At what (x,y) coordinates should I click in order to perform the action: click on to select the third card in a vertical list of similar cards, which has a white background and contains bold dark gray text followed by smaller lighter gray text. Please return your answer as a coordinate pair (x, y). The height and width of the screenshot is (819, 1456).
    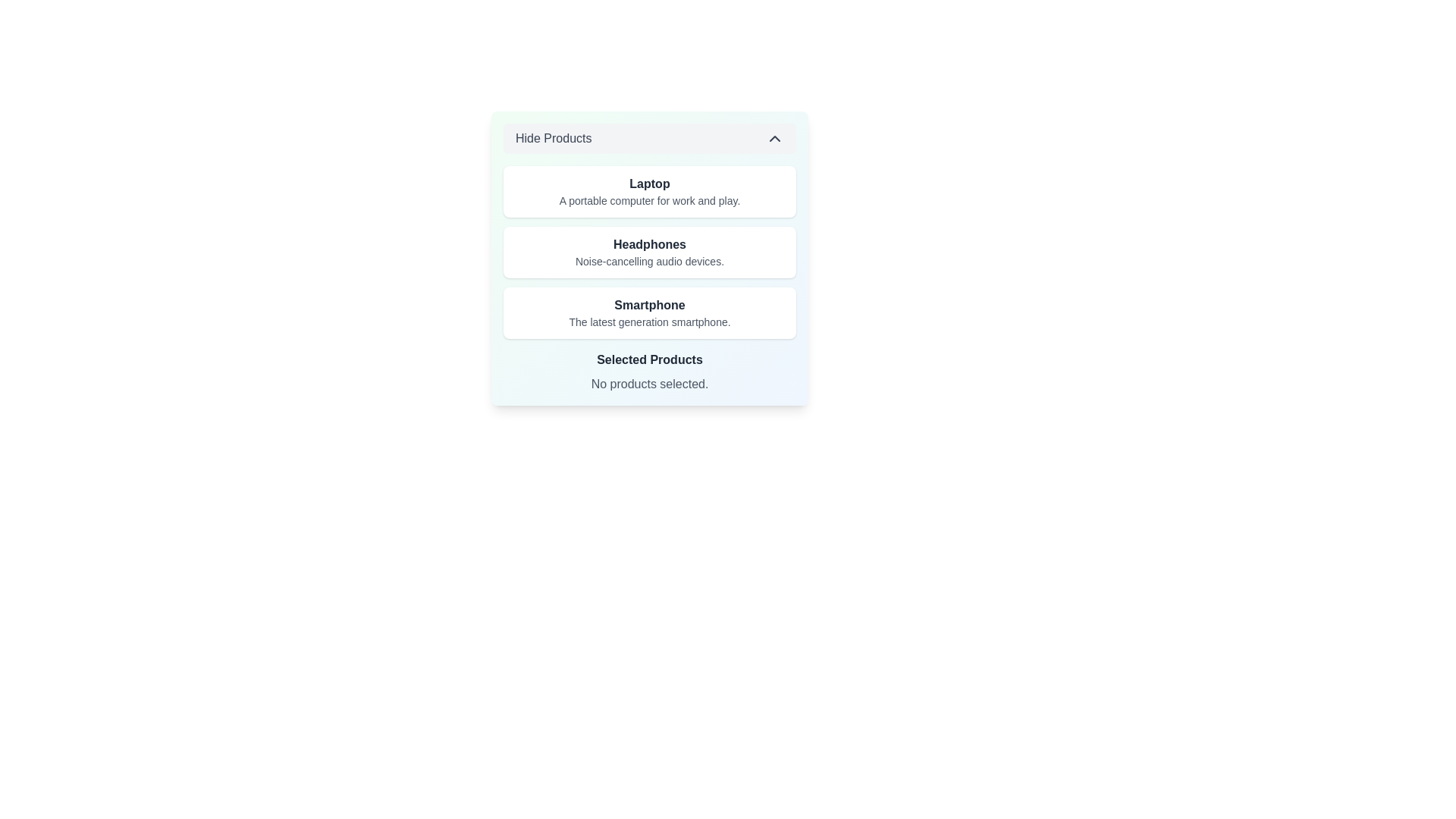
    Looking at the image, I should click on (650, 312).